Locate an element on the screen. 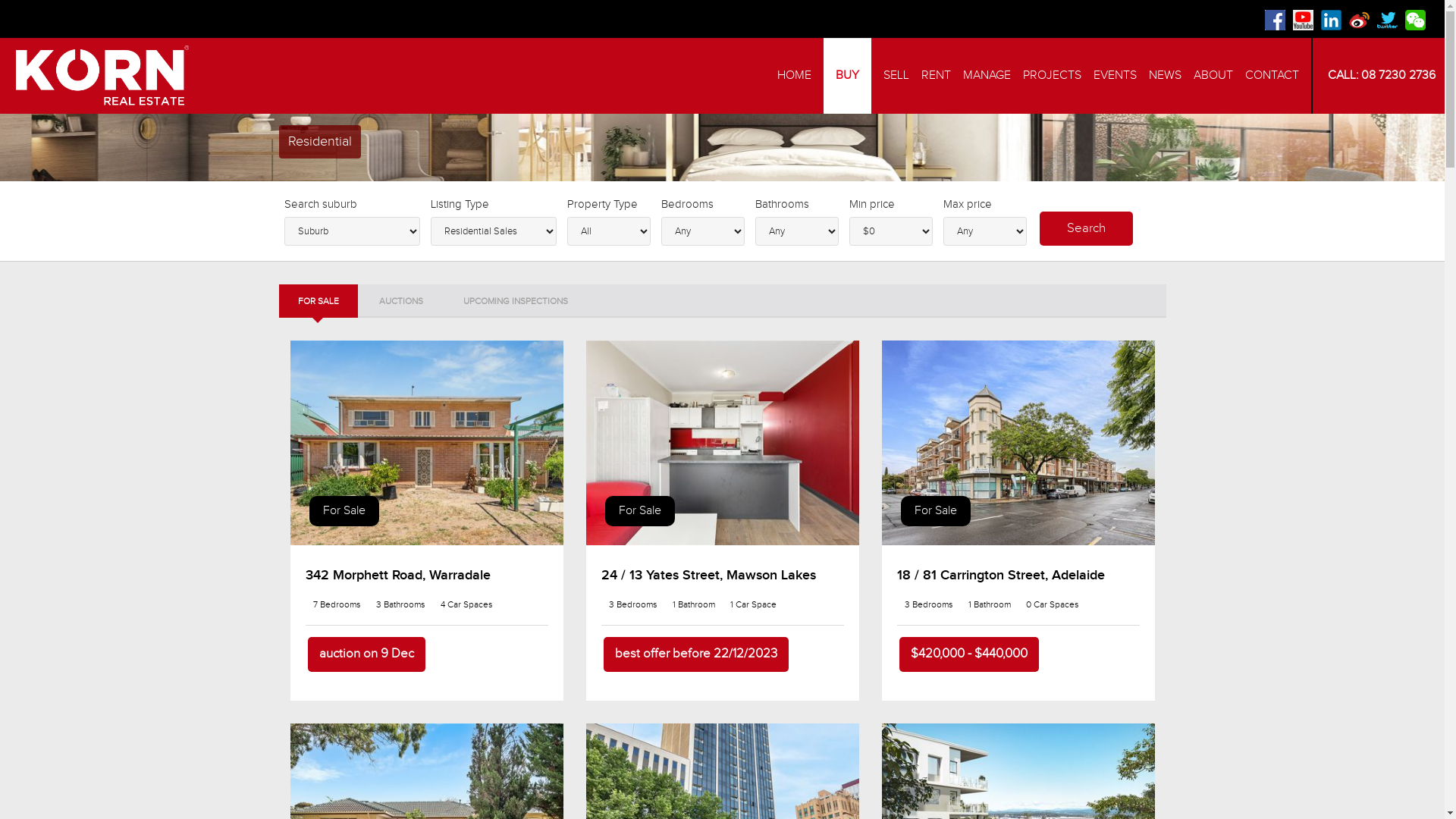 The image size is (1456, 819). 'best offer before 22/12/2023' is located at coordinates (603, 654).